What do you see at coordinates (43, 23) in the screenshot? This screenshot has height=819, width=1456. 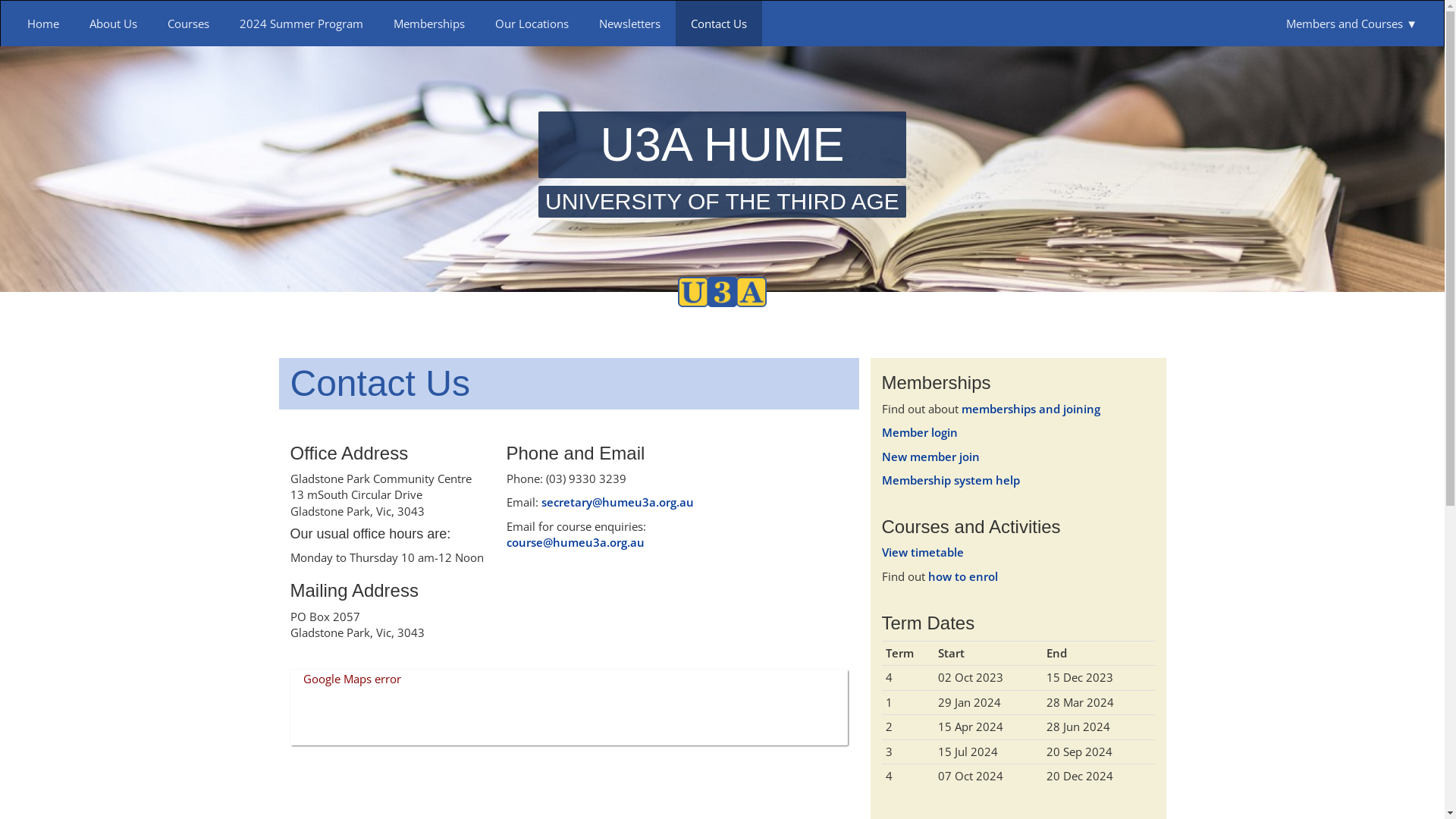 I see `'Home'` at bounding box center [43, 23].